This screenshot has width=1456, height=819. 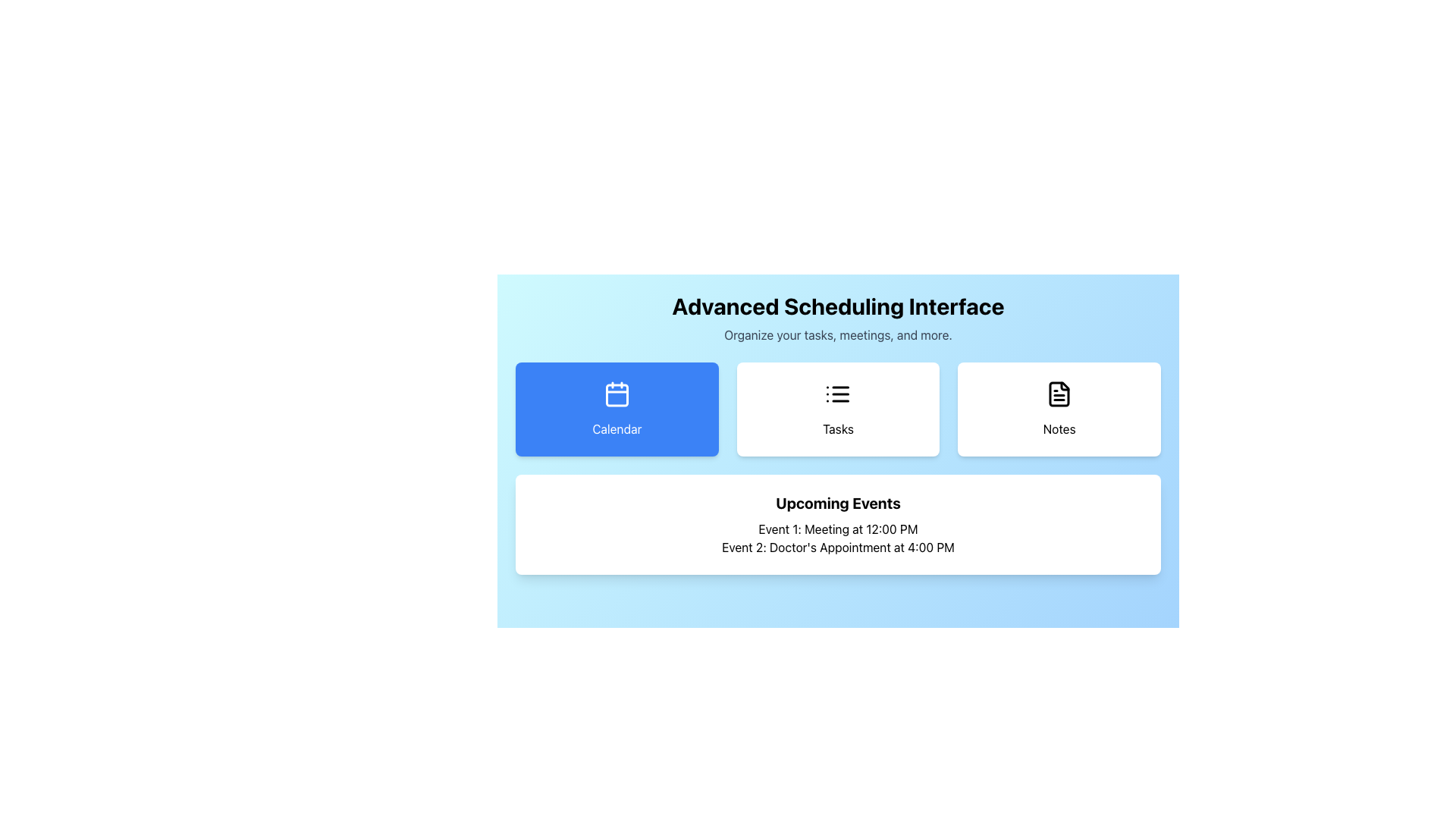 I want to click on the text label representing the upcoming event, which is centrally located above the text 'Event 2: Doctor's Appointment at 4:00 PM', so click(x=837, y=529).